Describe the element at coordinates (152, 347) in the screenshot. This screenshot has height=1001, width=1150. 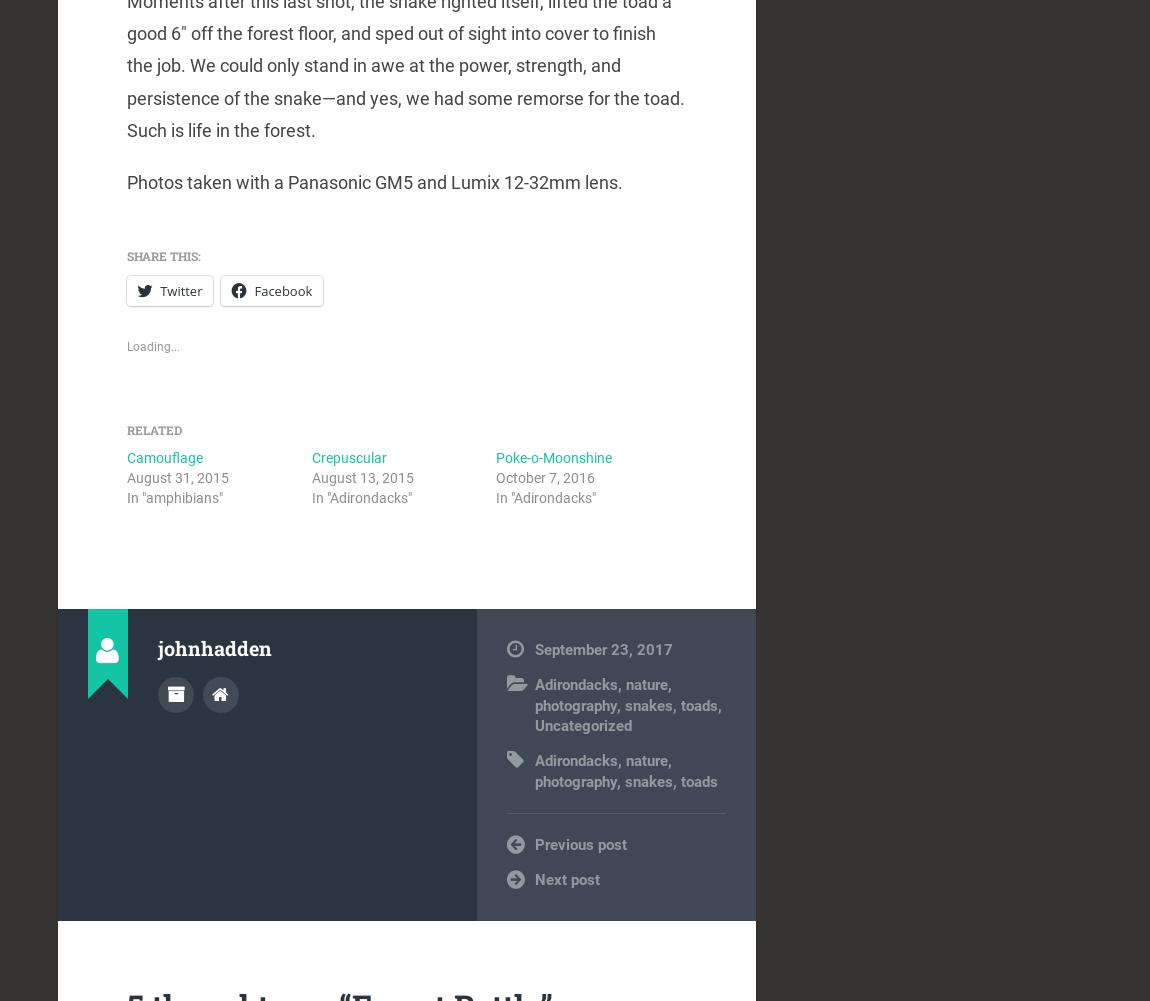
I see `'Loading...'` at that location.